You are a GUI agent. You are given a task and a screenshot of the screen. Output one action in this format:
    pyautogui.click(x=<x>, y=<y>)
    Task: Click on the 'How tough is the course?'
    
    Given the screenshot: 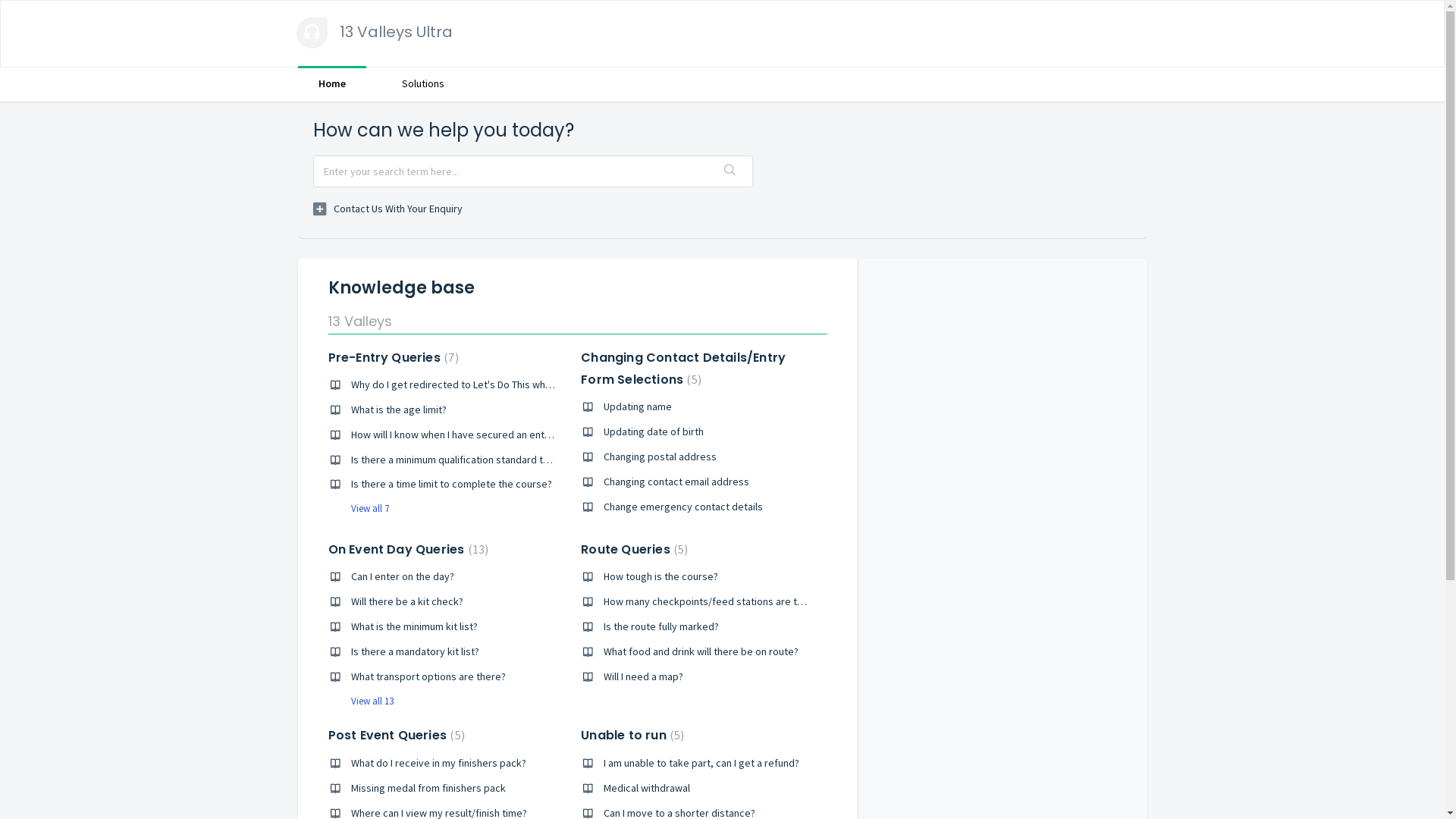 What is the action you would take?
    pyautogui.click(x=661, y=576)
    